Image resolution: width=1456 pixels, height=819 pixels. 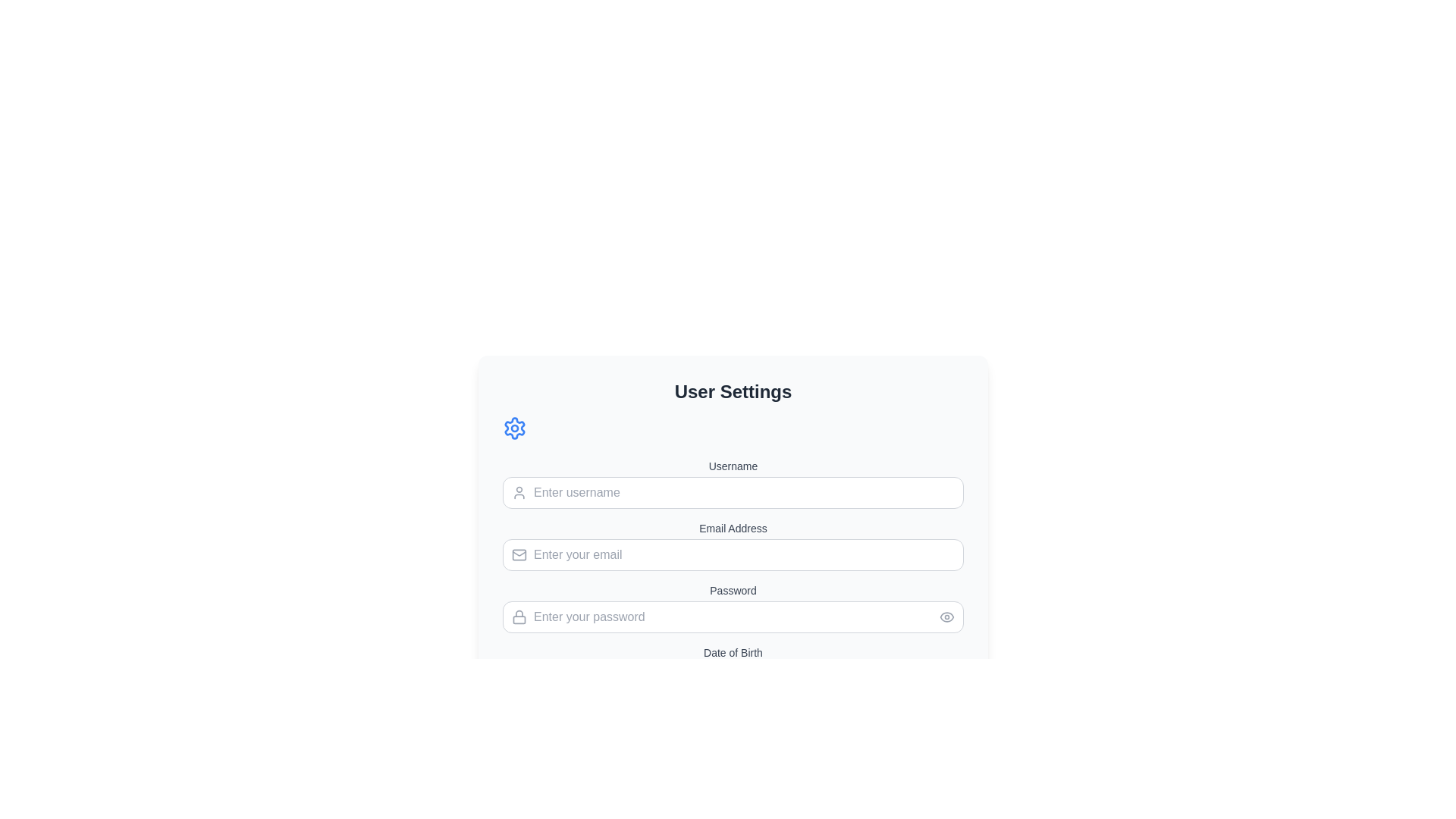 What do you see at coordinates (519, 555) in the screenshot?
I see `the envelope icon representing the email field, which is located to the left inside the email input field, aligned vertically at the center of the field` at bounding box center [519, 555].